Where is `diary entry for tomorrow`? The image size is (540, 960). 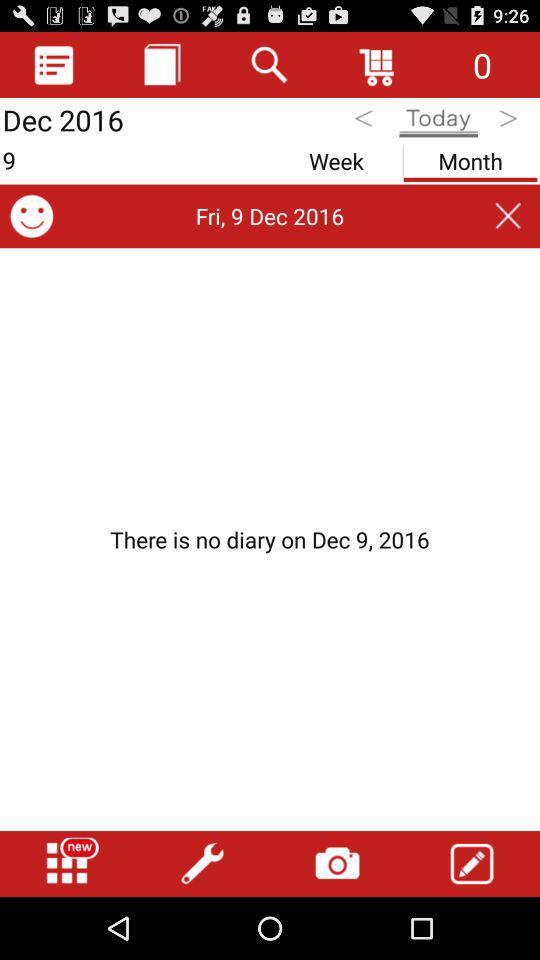
diary entry for tomorrow is located at coordinates (510, 121).